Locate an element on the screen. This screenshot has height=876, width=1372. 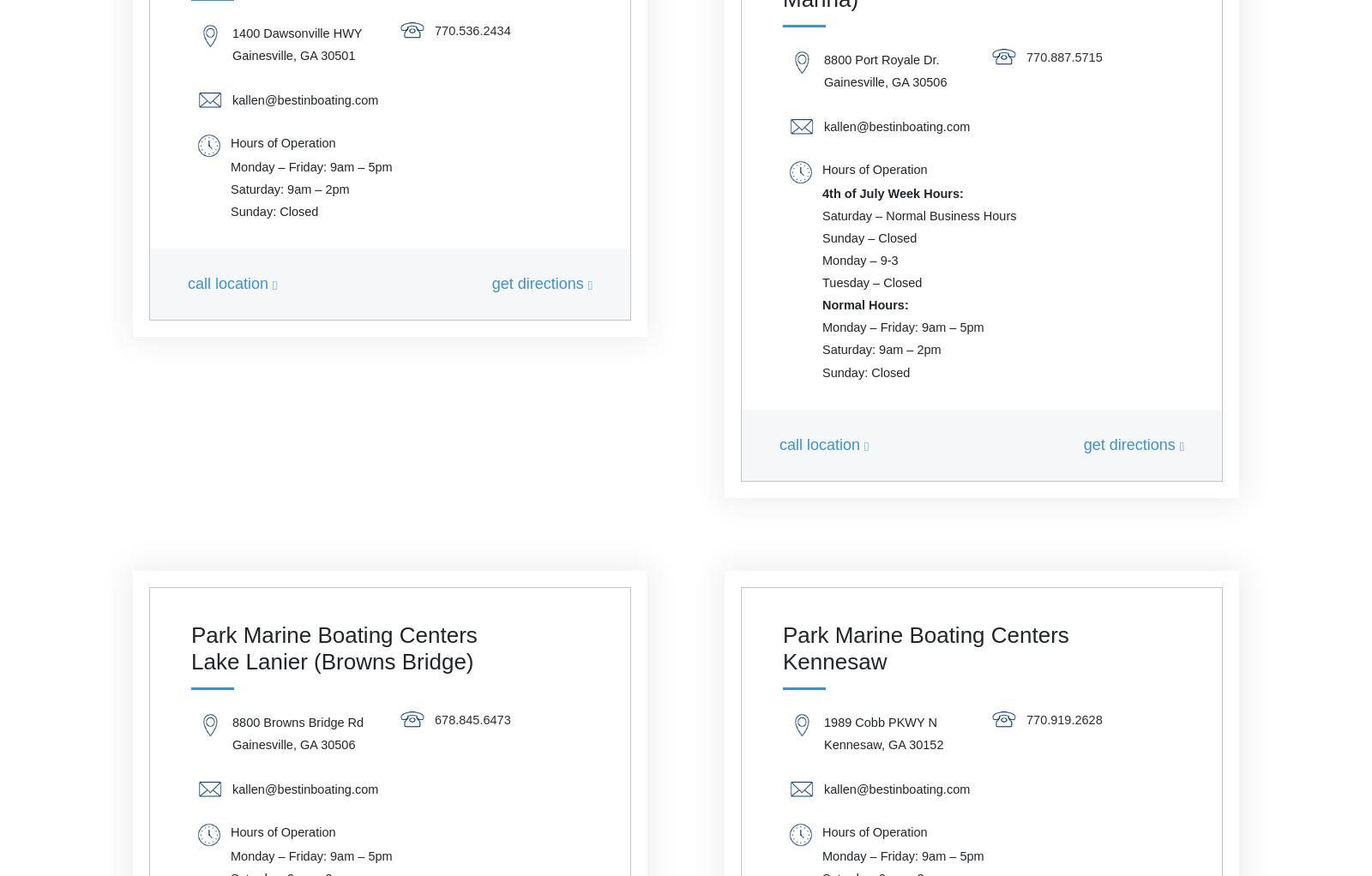
'Normal Hours:' is located at coordinates (821, 304).